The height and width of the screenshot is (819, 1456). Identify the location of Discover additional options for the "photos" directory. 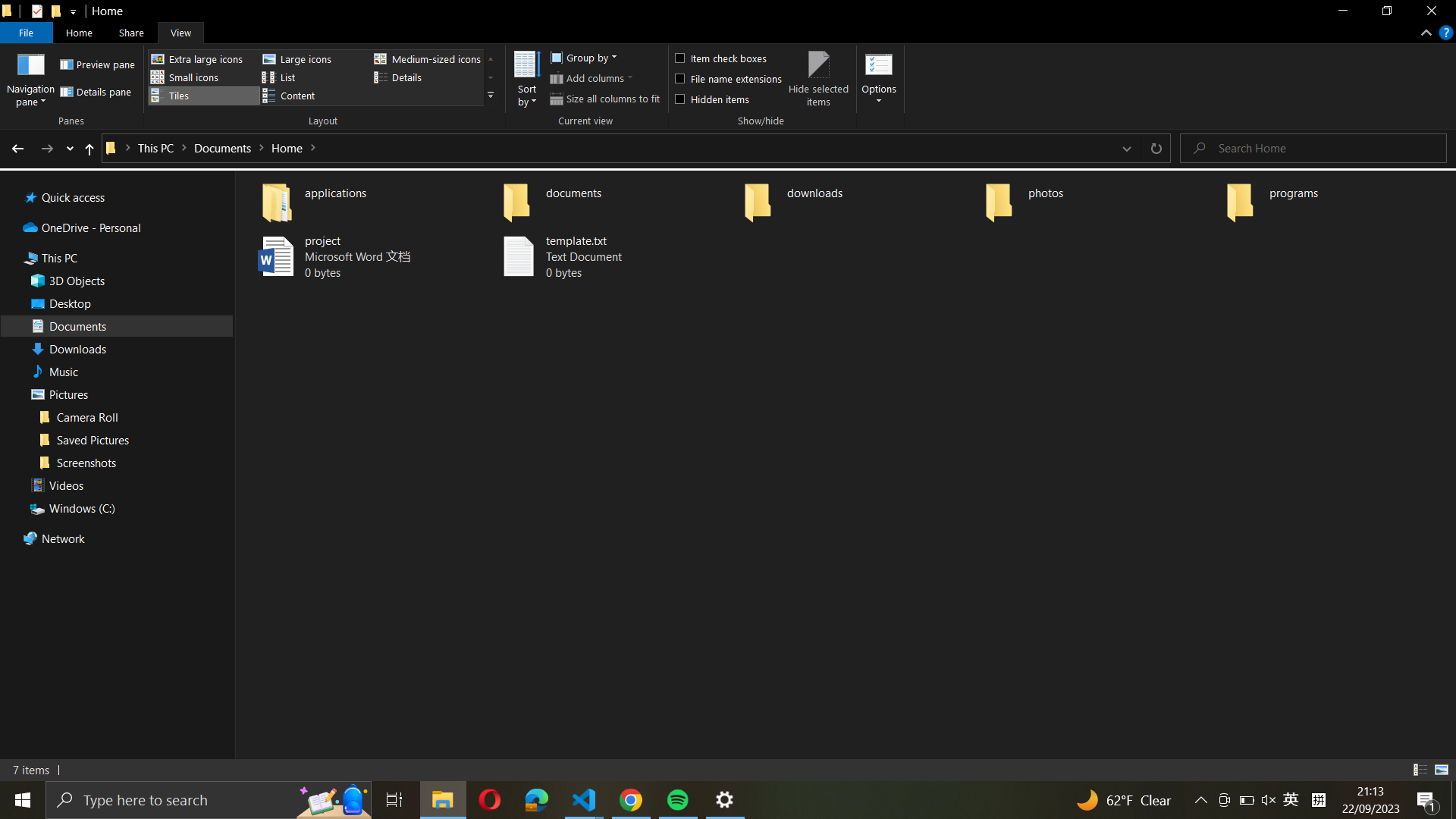
(1099, 198).